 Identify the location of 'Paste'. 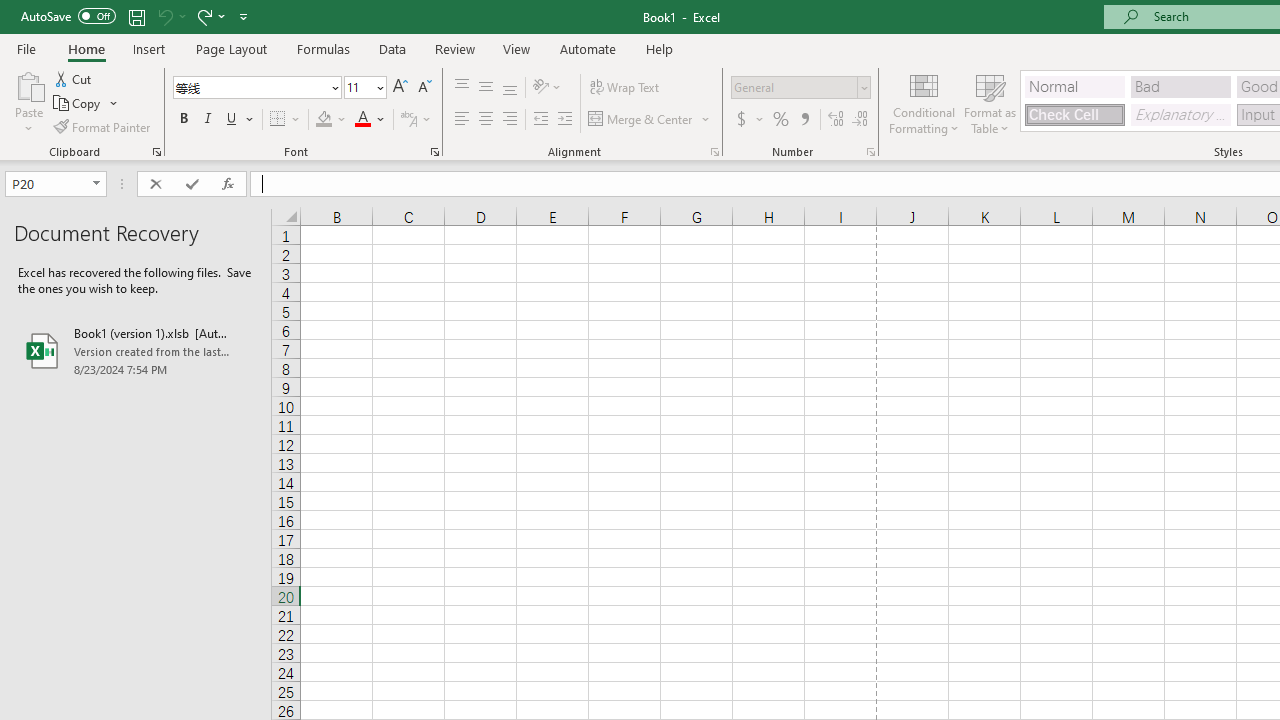
(28, 84).